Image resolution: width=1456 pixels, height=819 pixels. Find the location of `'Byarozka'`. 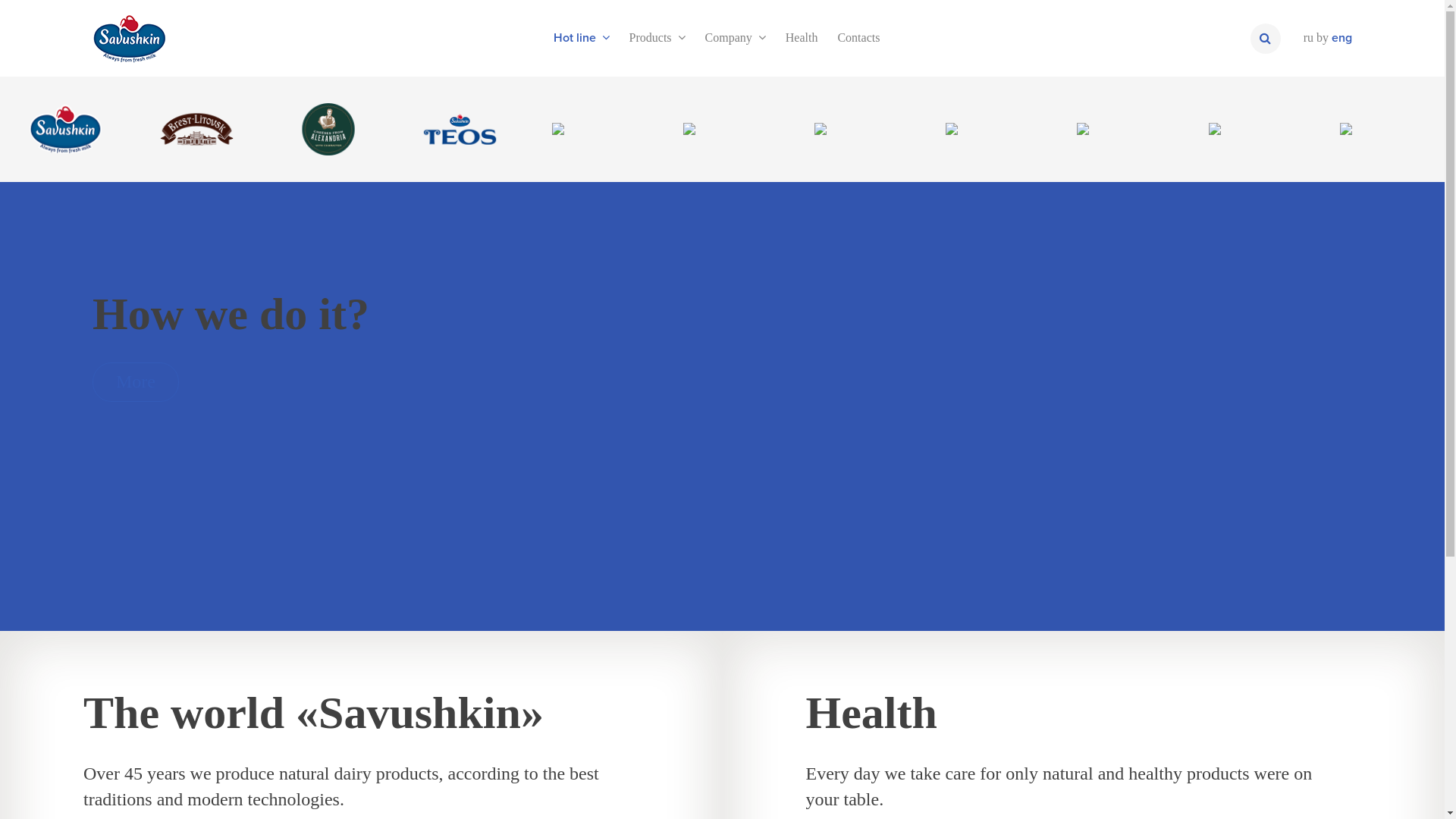

'Byarozka' is located at coordinates (590, 128).